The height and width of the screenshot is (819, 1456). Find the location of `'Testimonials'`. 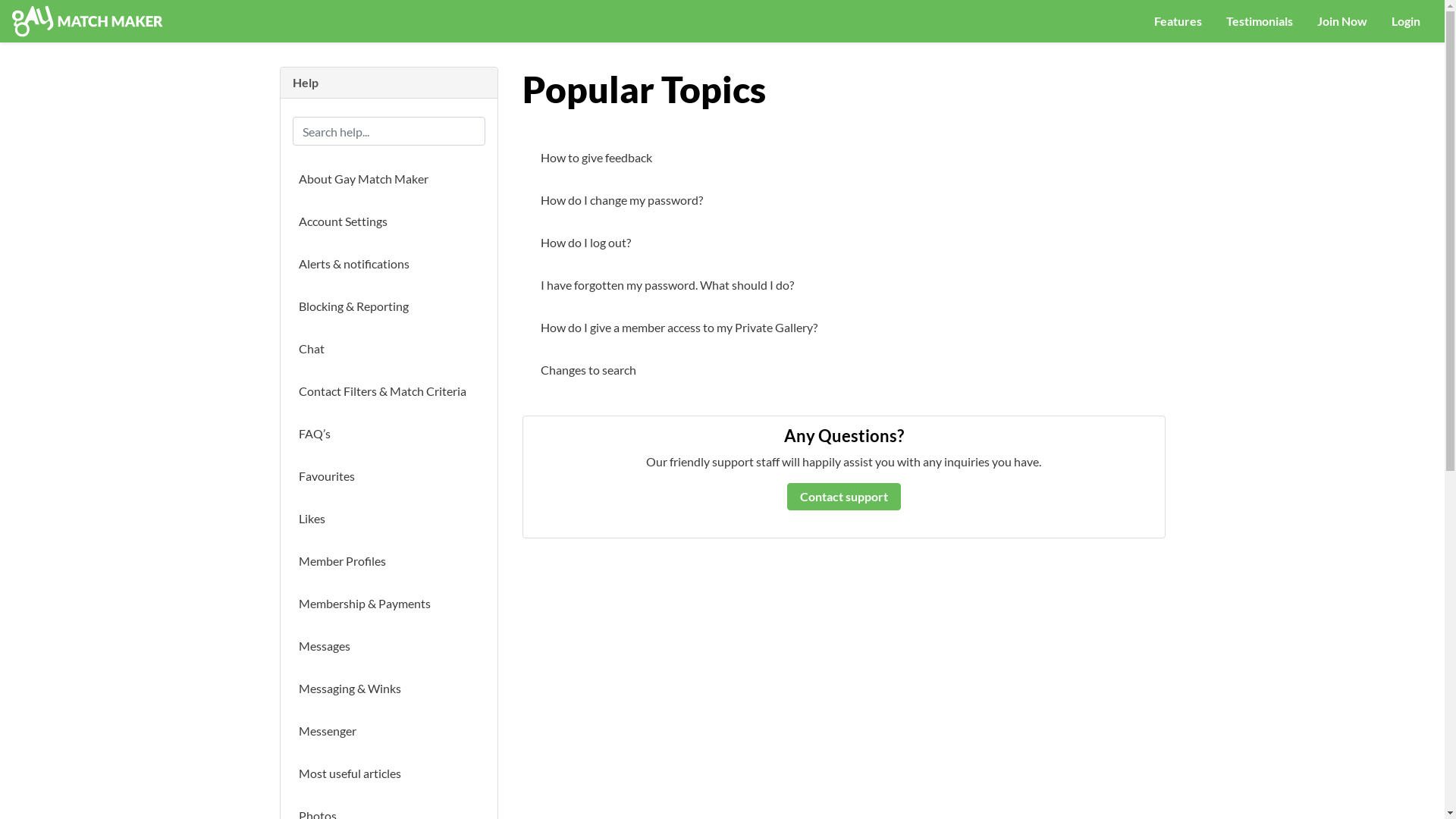

'Testimonials' is located at coordinates (1214, 20).